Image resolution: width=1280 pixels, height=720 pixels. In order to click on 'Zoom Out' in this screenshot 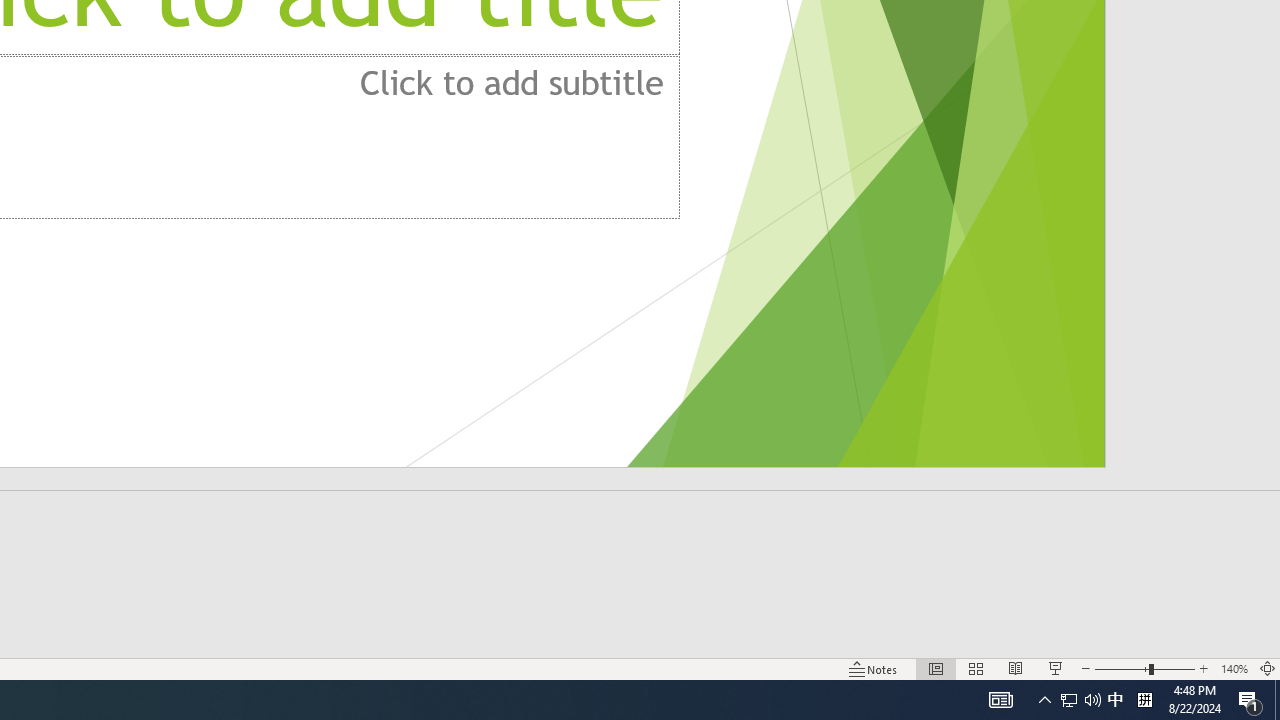, I will do `click(1121, 669)`.